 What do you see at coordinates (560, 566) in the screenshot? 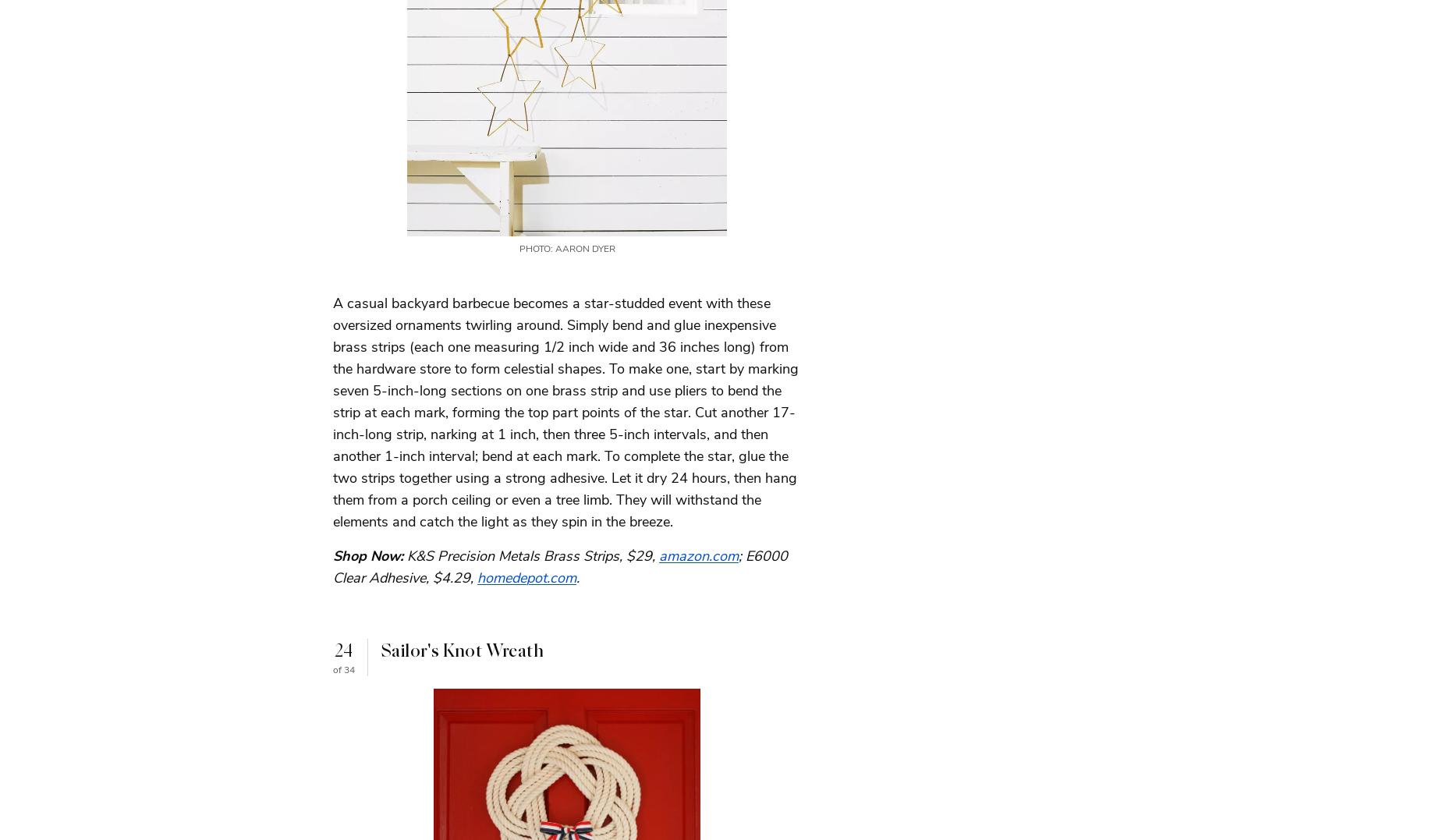
I see `'; E6000 Clear Adhesive, $4.29,'` at bounding box center [560, 566].